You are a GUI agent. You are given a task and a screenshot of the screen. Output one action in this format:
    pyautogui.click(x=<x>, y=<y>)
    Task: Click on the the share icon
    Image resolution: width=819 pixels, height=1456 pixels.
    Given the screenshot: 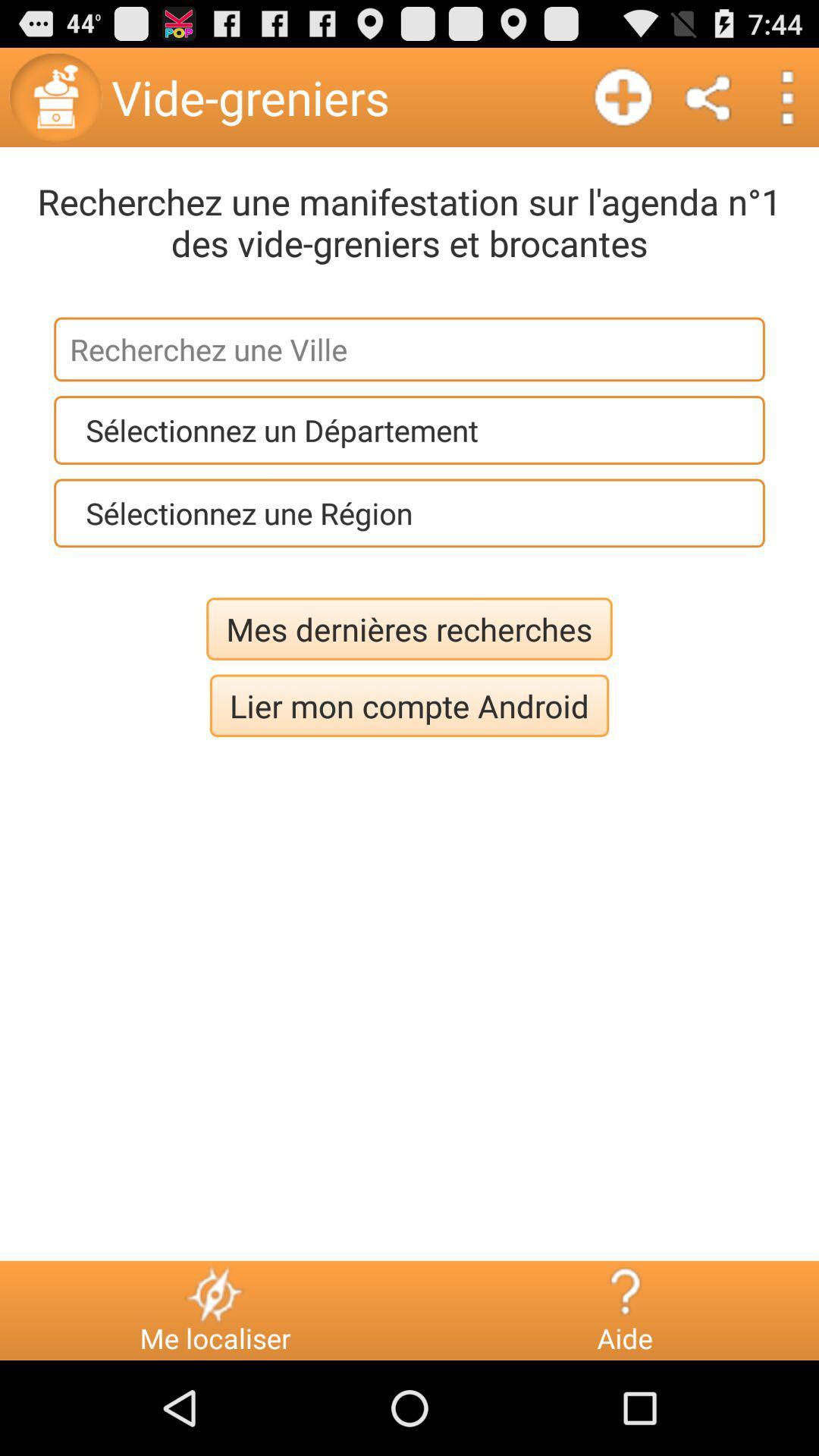 What is the action you would take?
    pyautogui.click(x=709, y=103)
    